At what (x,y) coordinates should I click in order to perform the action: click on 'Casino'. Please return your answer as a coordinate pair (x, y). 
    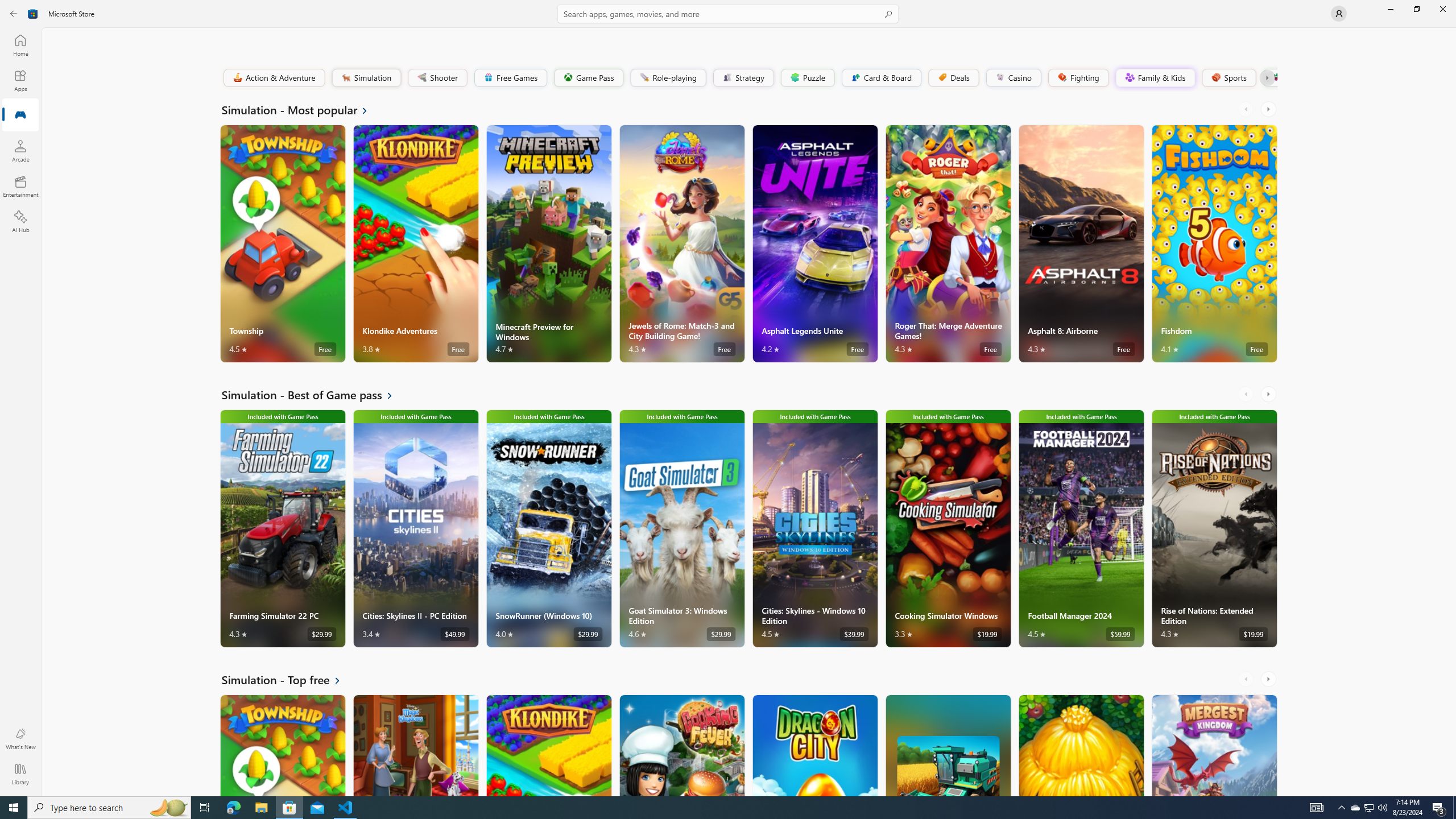
    Looking at the image, I should click on (1013, 77).